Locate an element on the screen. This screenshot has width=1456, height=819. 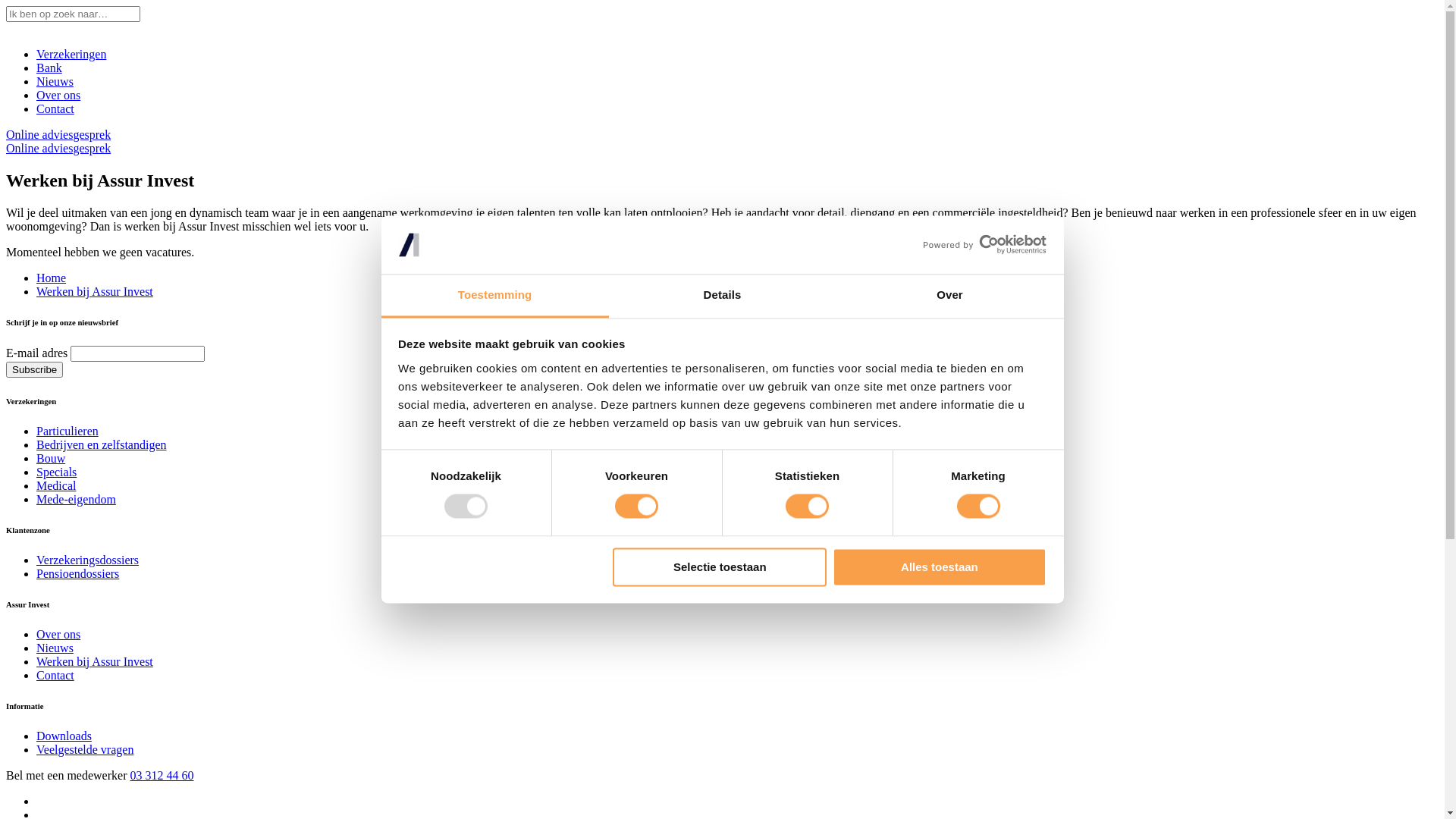
'Bouw' is located at coordinates (51, 457).